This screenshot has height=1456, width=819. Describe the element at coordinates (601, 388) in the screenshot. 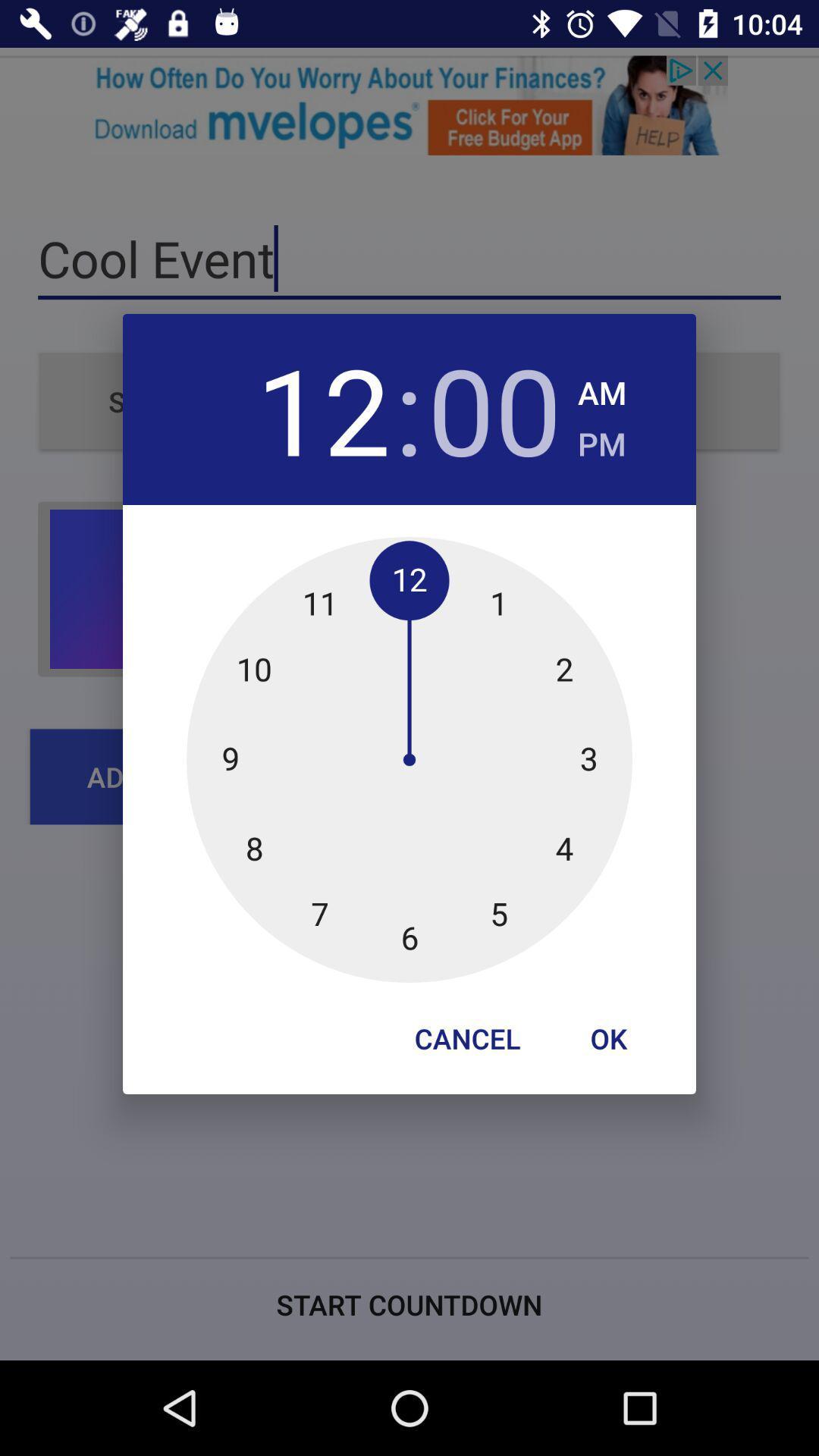

I see `the checkbox above the pm checkbox` at that location.